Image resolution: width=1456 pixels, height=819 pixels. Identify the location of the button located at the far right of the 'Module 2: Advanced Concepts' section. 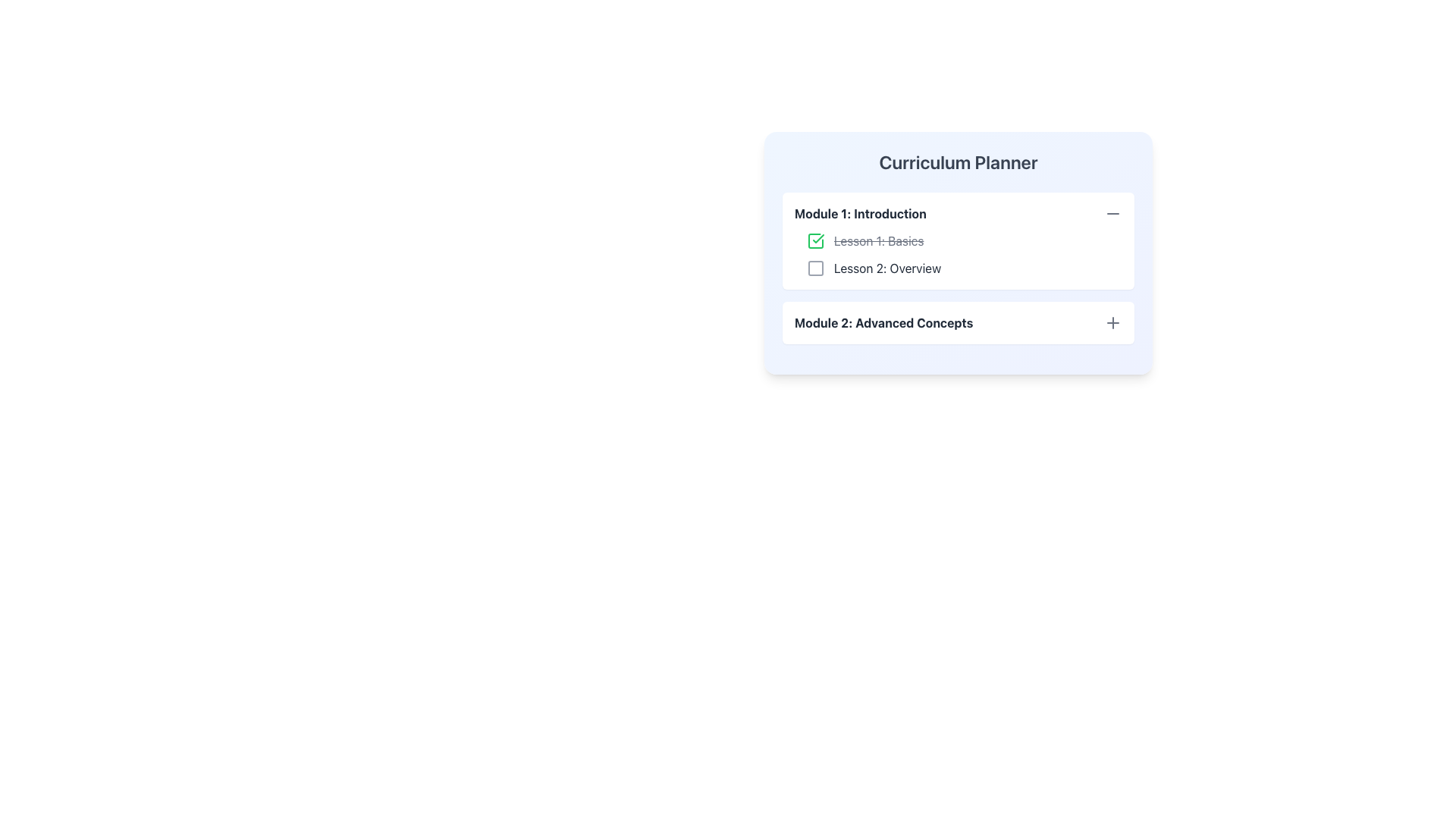
(1113, 322).